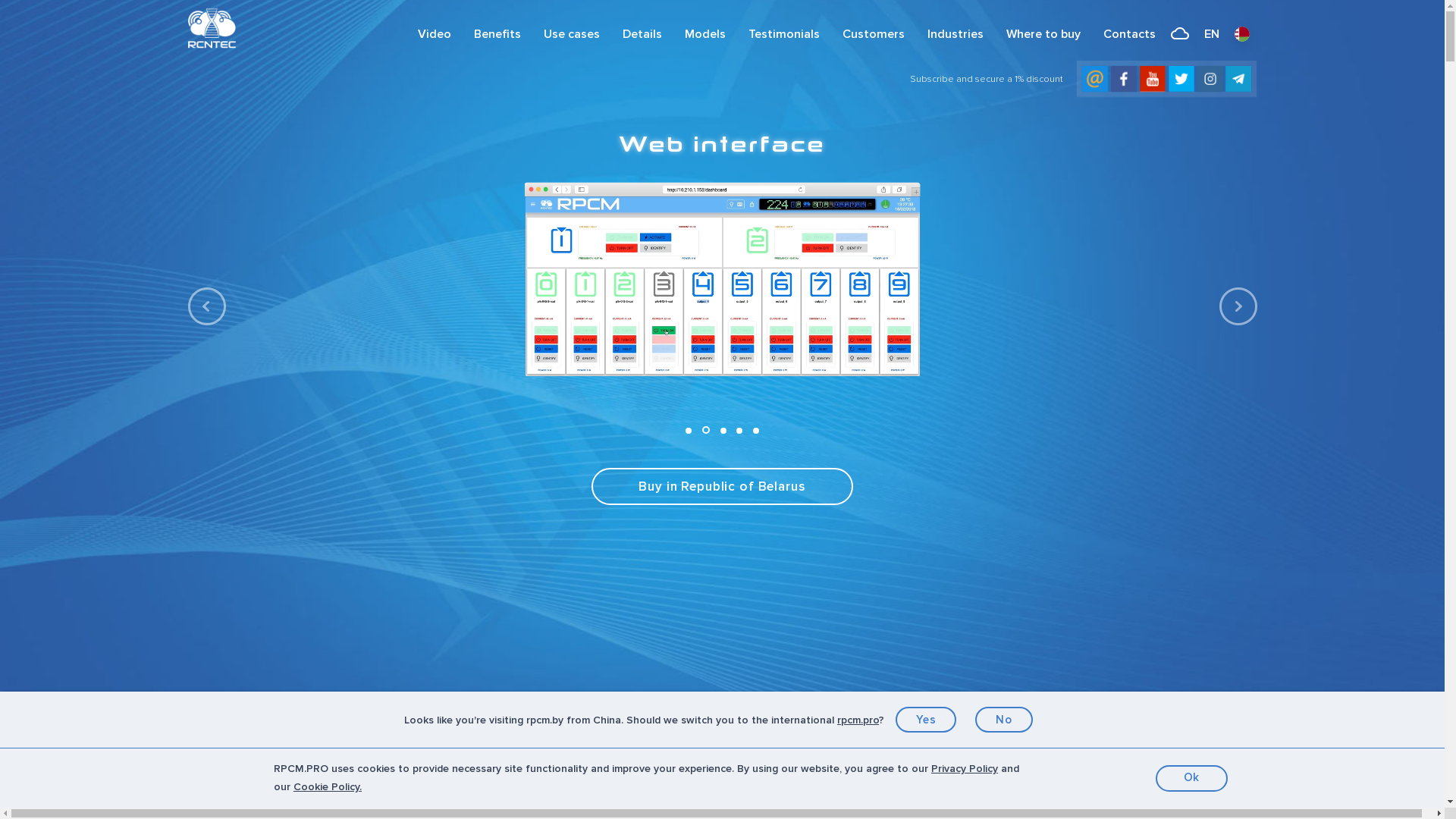 The height and width of the screenshot is (819, 1456). What do you see at coordinates (1178, 34) in the screenshot?
I see `'cloud_queue'` at bounding box center [1178, 34].